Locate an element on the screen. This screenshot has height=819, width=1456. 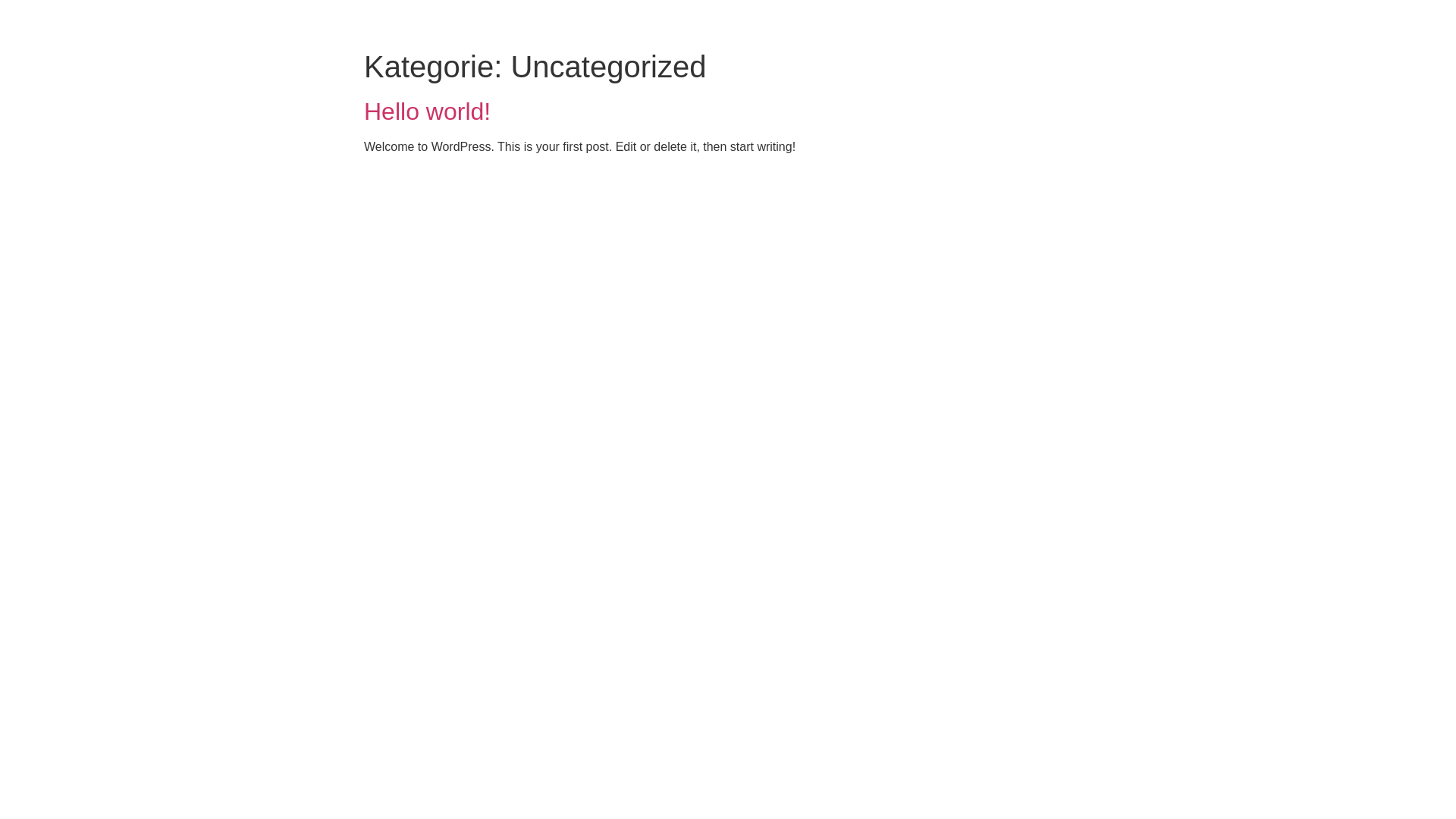
'Hello world!' is located at coordinates (426, 110).